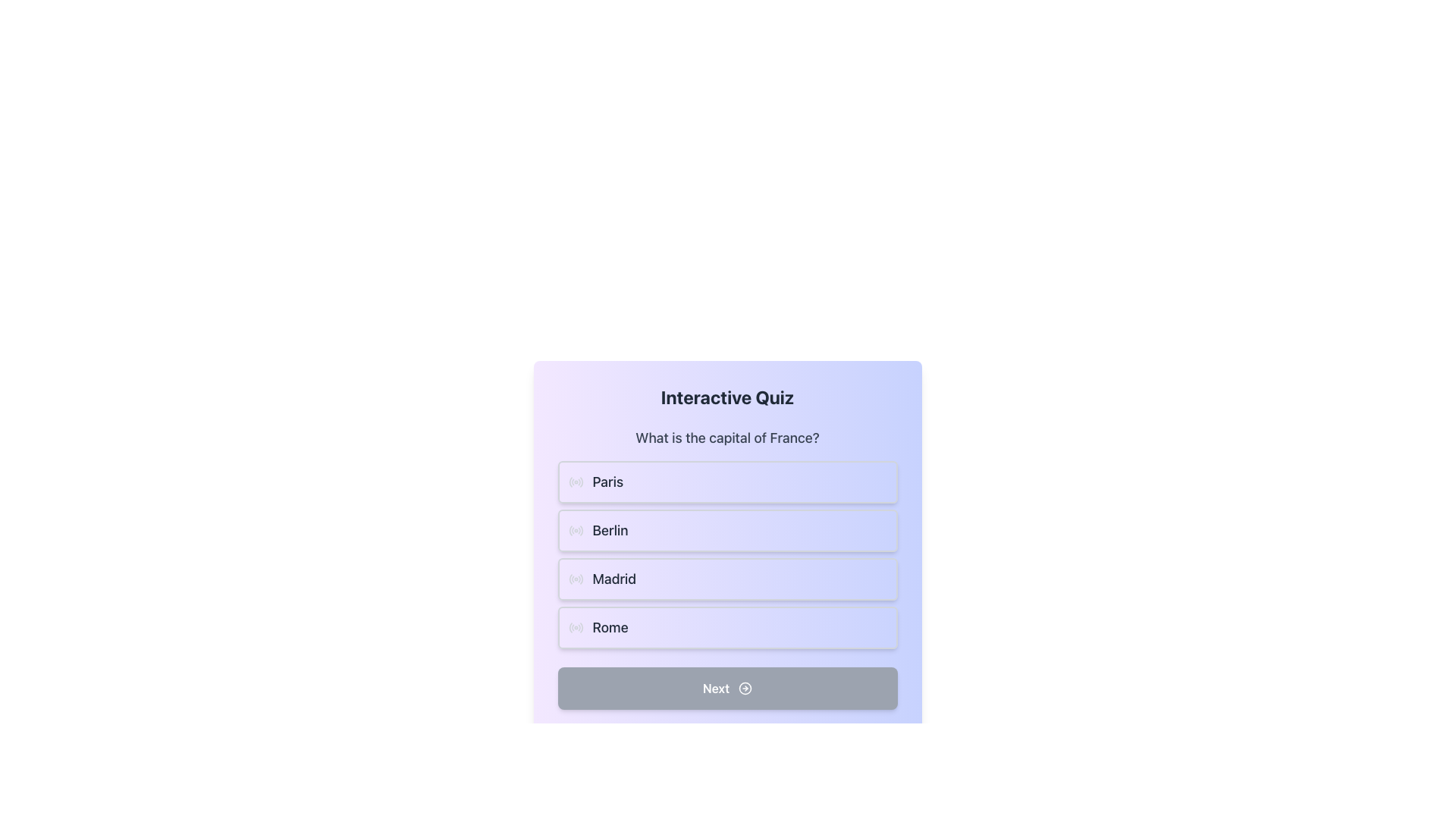 The width and height of the screenshot is (1456, 819). I want to click on the second radio button option in the quiz interface, so click(726, 529).